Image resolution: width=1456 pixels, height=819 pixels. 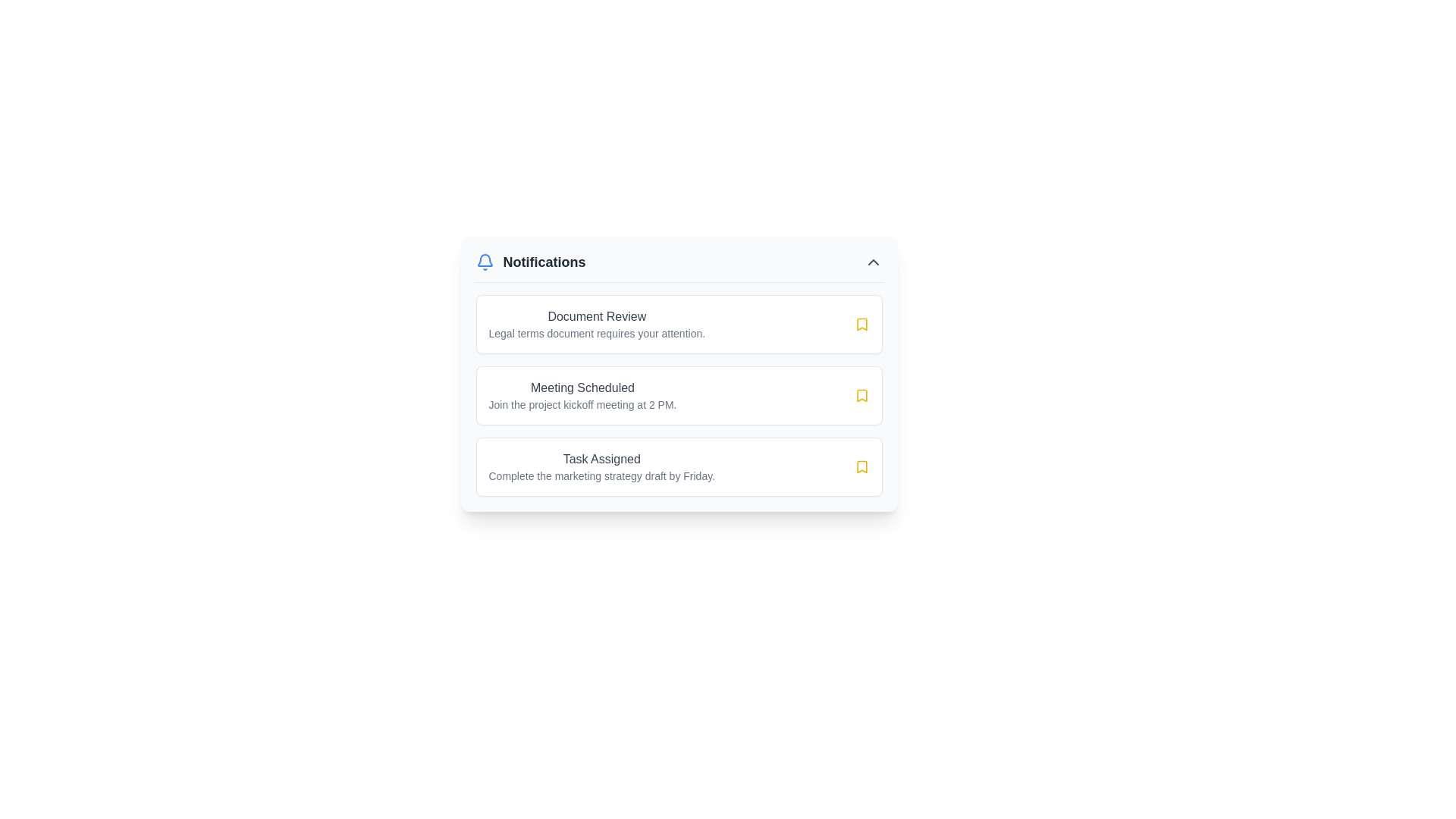 What do you see at coordinates (544, 262) in the screenshot?
I see `the text label 'Notifications', which is styled in a large bold font and located in the header of the notification panel, positioned to the right of a blue bell icon` at bounding box center [544, 262].